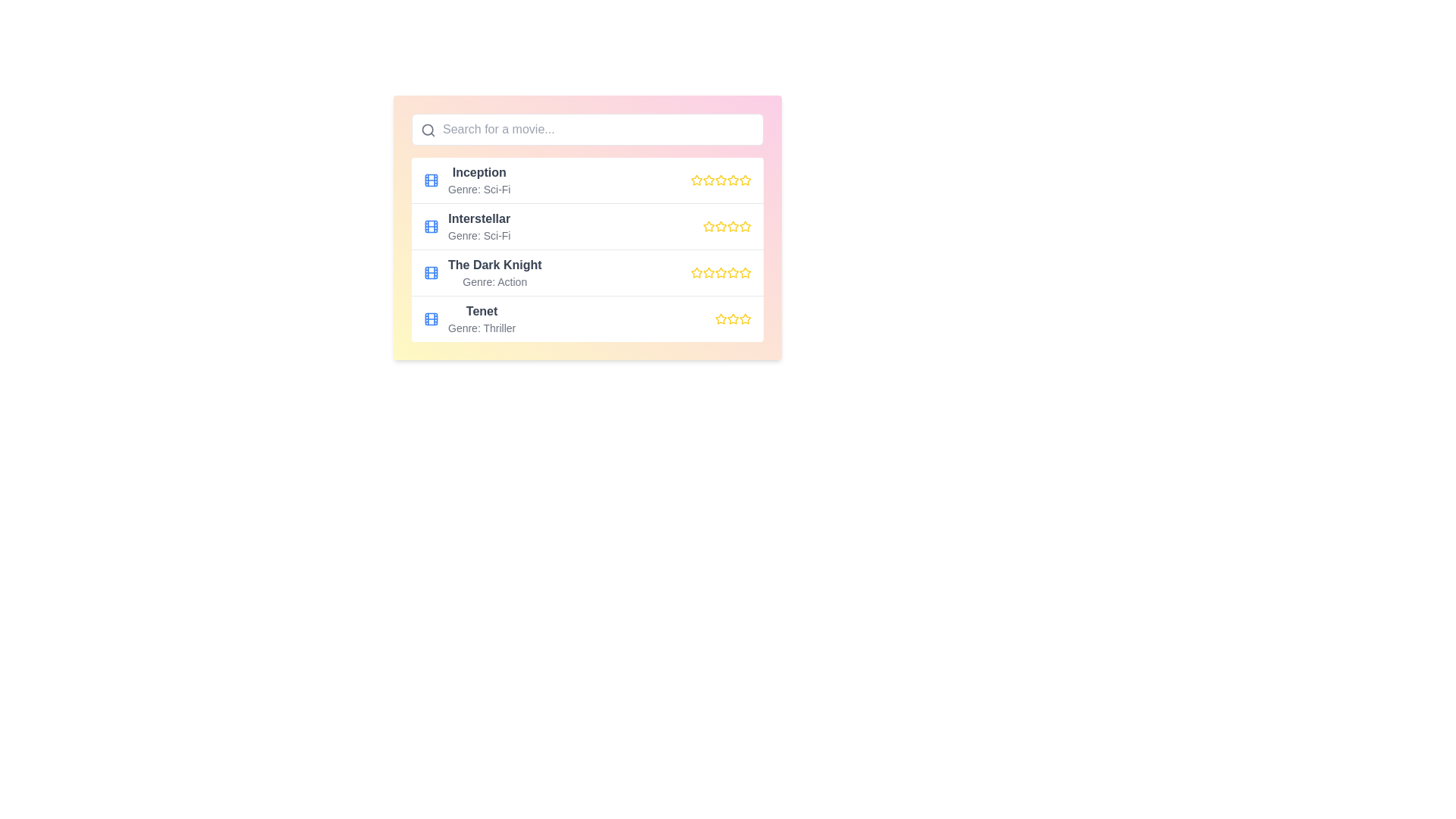  What do you see at coordinates (586, 318) in the screenshot?
I see `the movie entry list item that contains its title, genre, and rating actions, located as the fourth row in the list below 'The Dark Knight'` at bounding box center [586, 318].